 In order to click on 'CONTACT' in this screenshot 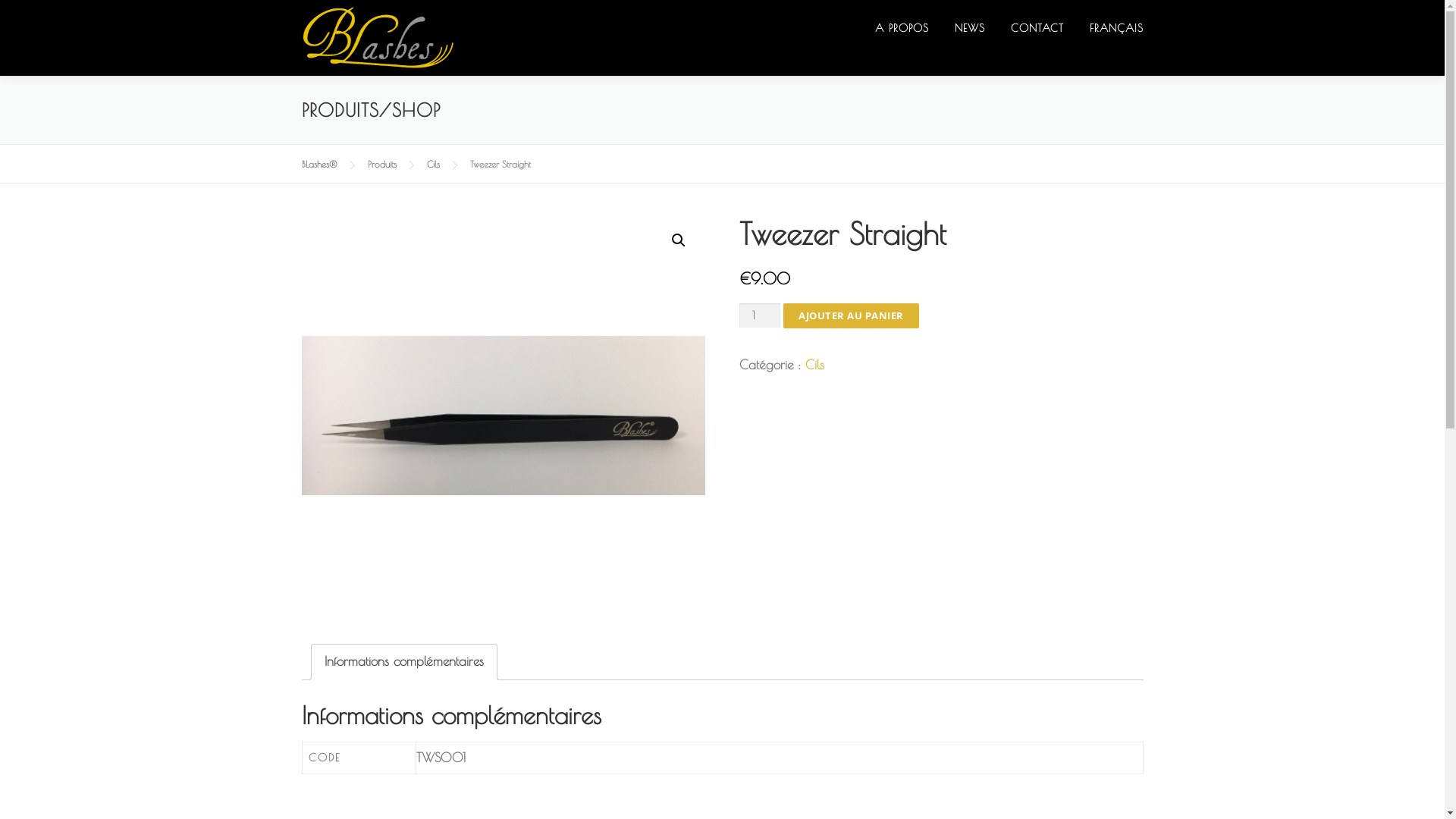, I will do `click(997, 28)`.